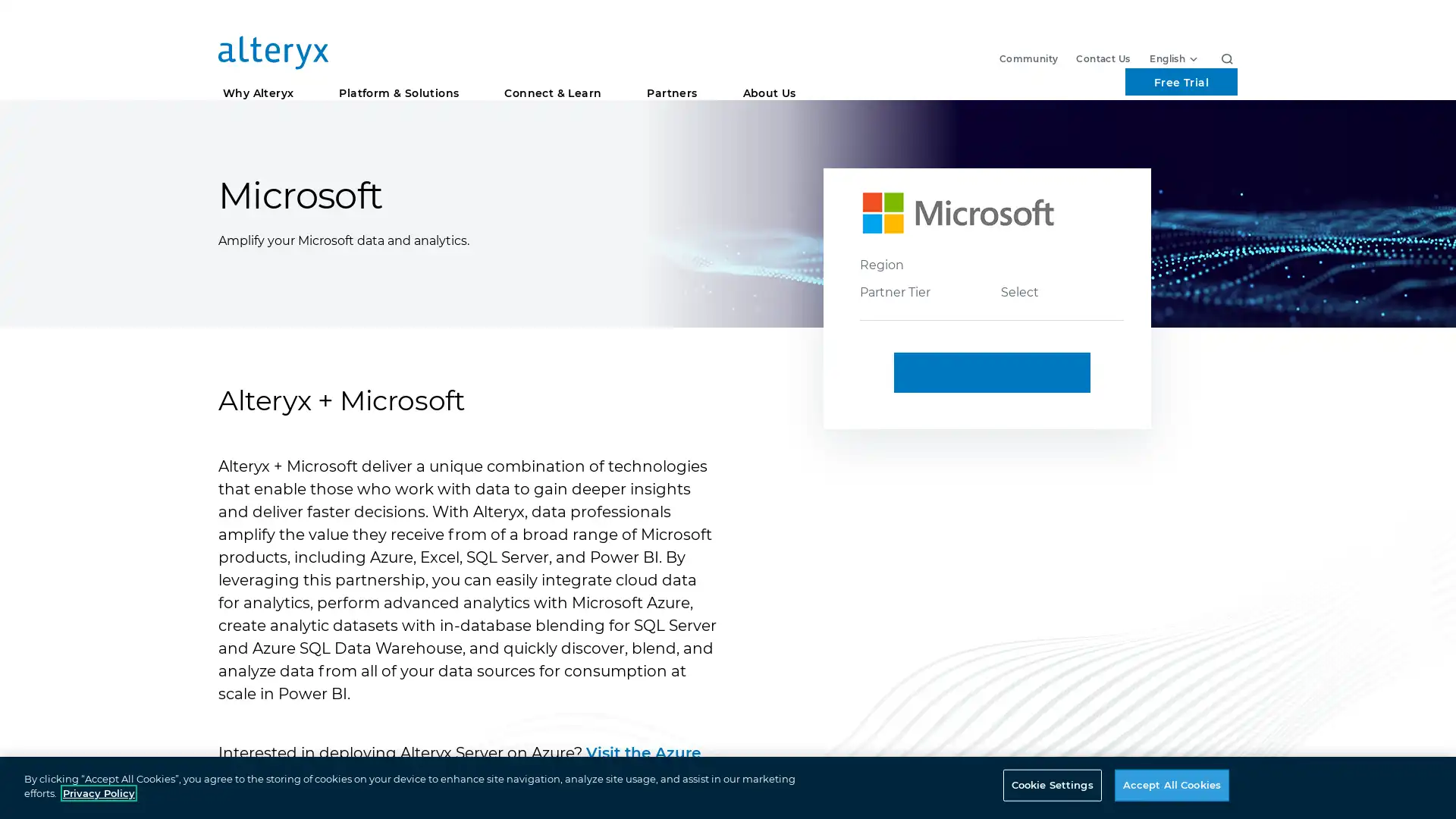 The height and width of the screenshot is (819, 1456). Describe the element at coordinates (1051, 784) in the screenshot. I see `Cookie Settings` at that location.